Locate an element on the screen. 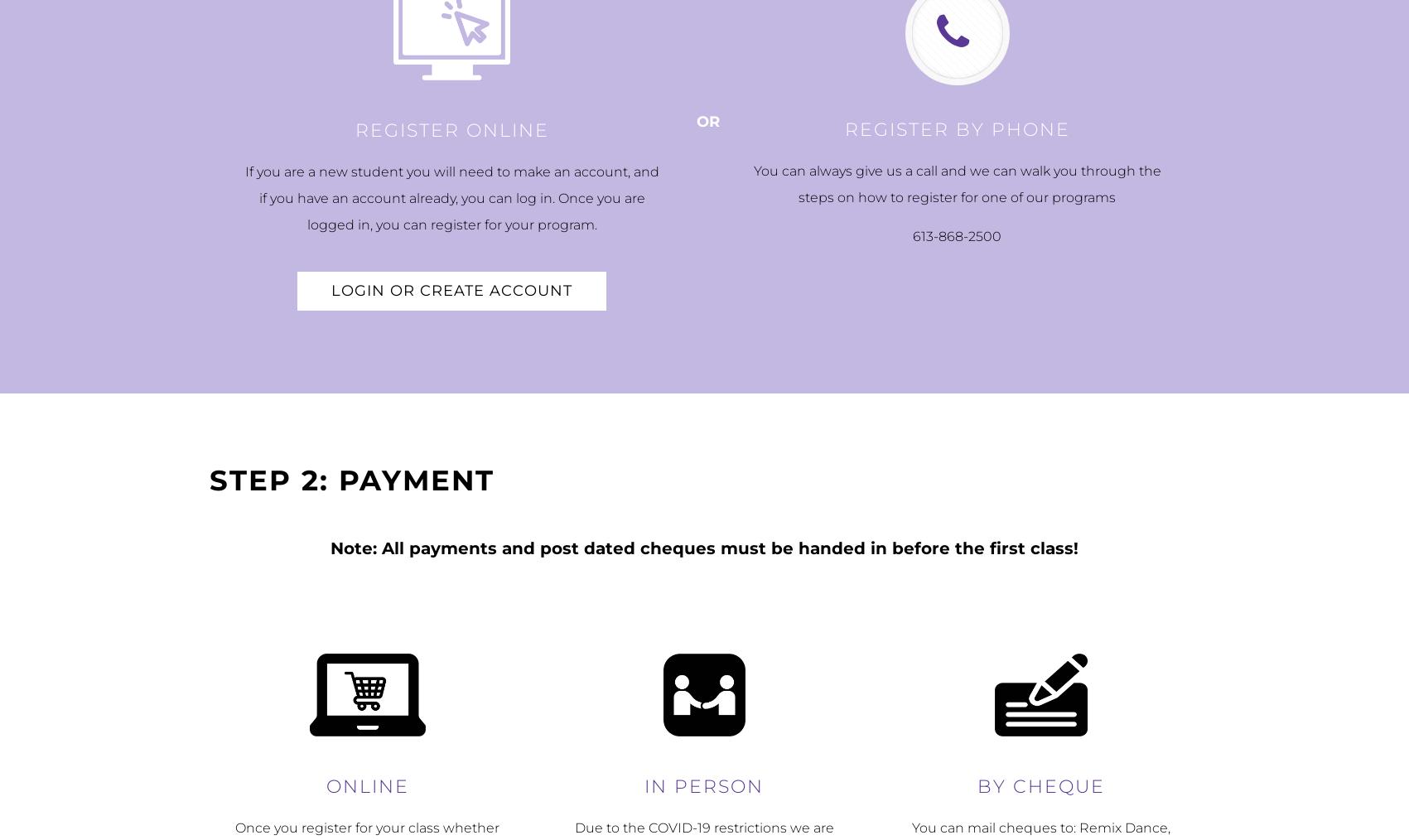 This screenshot has height=840, width=1409. 'By Cheque' is located at coordinates (1041, 786).